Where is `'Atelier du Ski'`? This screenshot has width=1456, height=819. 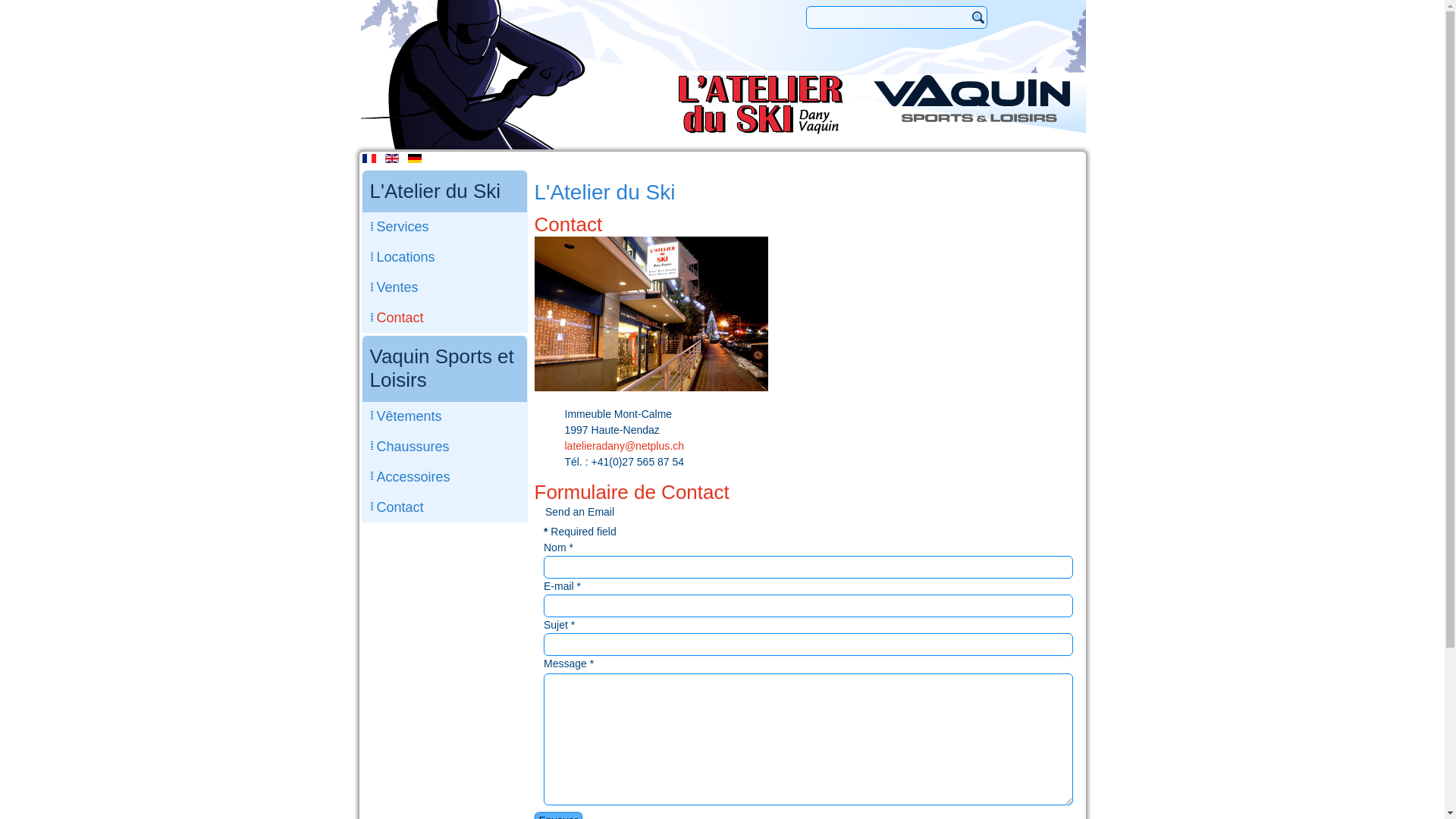 'Atelier du Ski' is located at coordinates (676, 104).